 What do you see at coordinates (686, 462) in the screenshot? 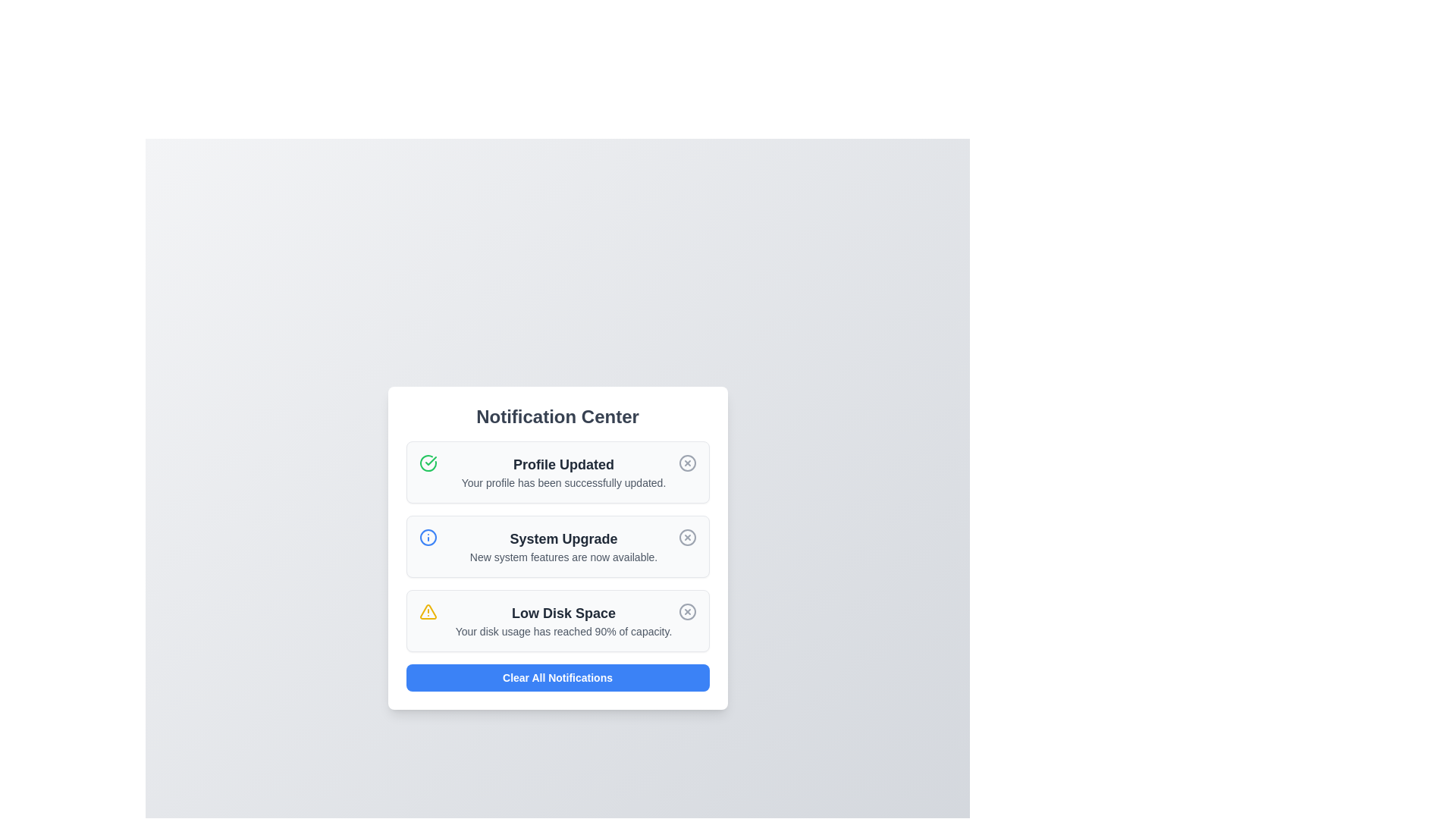
I see `the dismiss icon represented by a circular SVG with a cross mark, located at the rightmost end of the 'Profile Updated' notification banner` at bounding box center [686, 462].